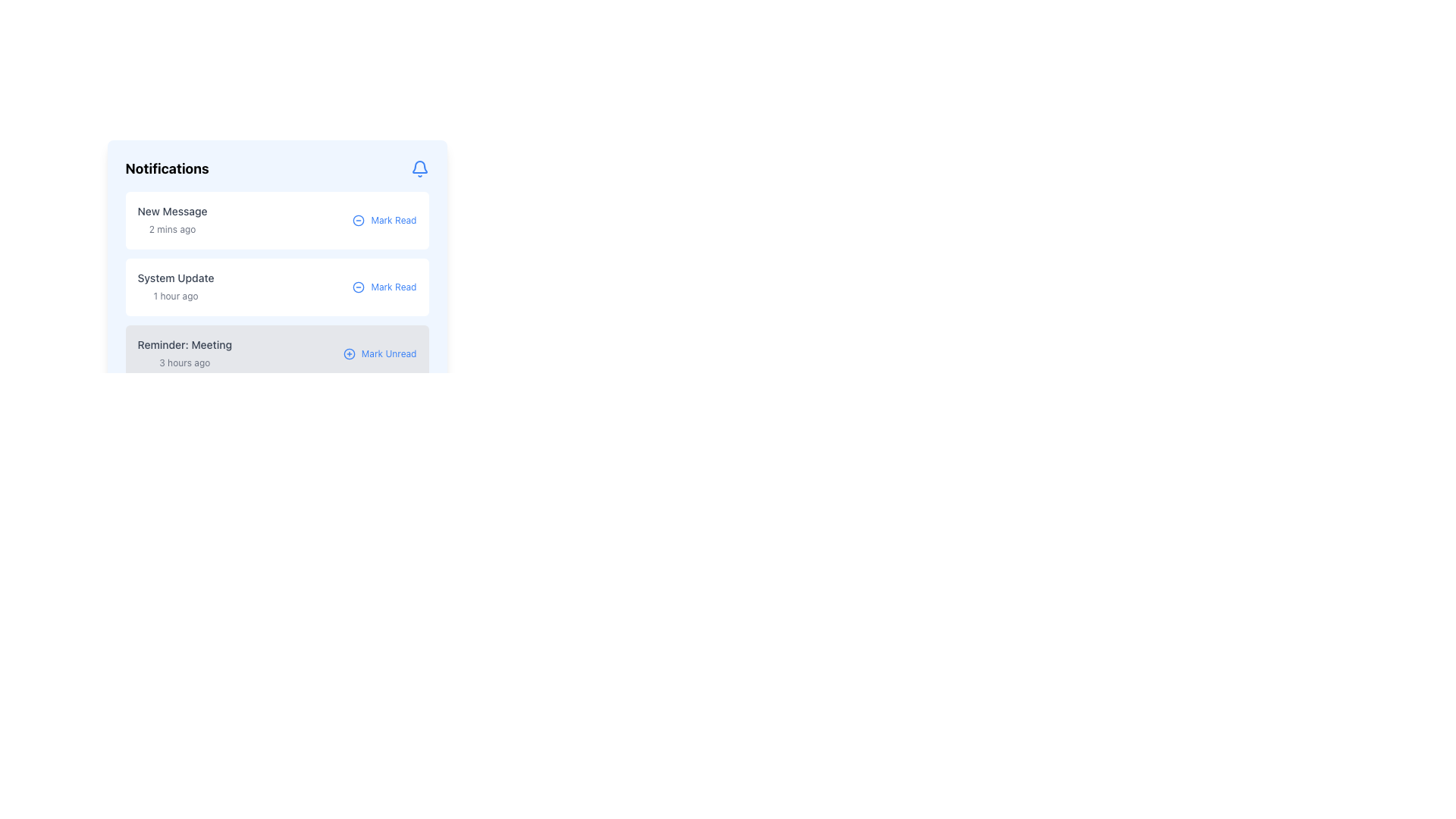 This screenshot has width=1456, height=819. What do you see at coordinates (176, 287) in the screenshot?
I see `text element displaying 'System Update' and '1 hour ago' located in the middle notification card, above the 'Mark Read' button` at bounding box center [176, 287].